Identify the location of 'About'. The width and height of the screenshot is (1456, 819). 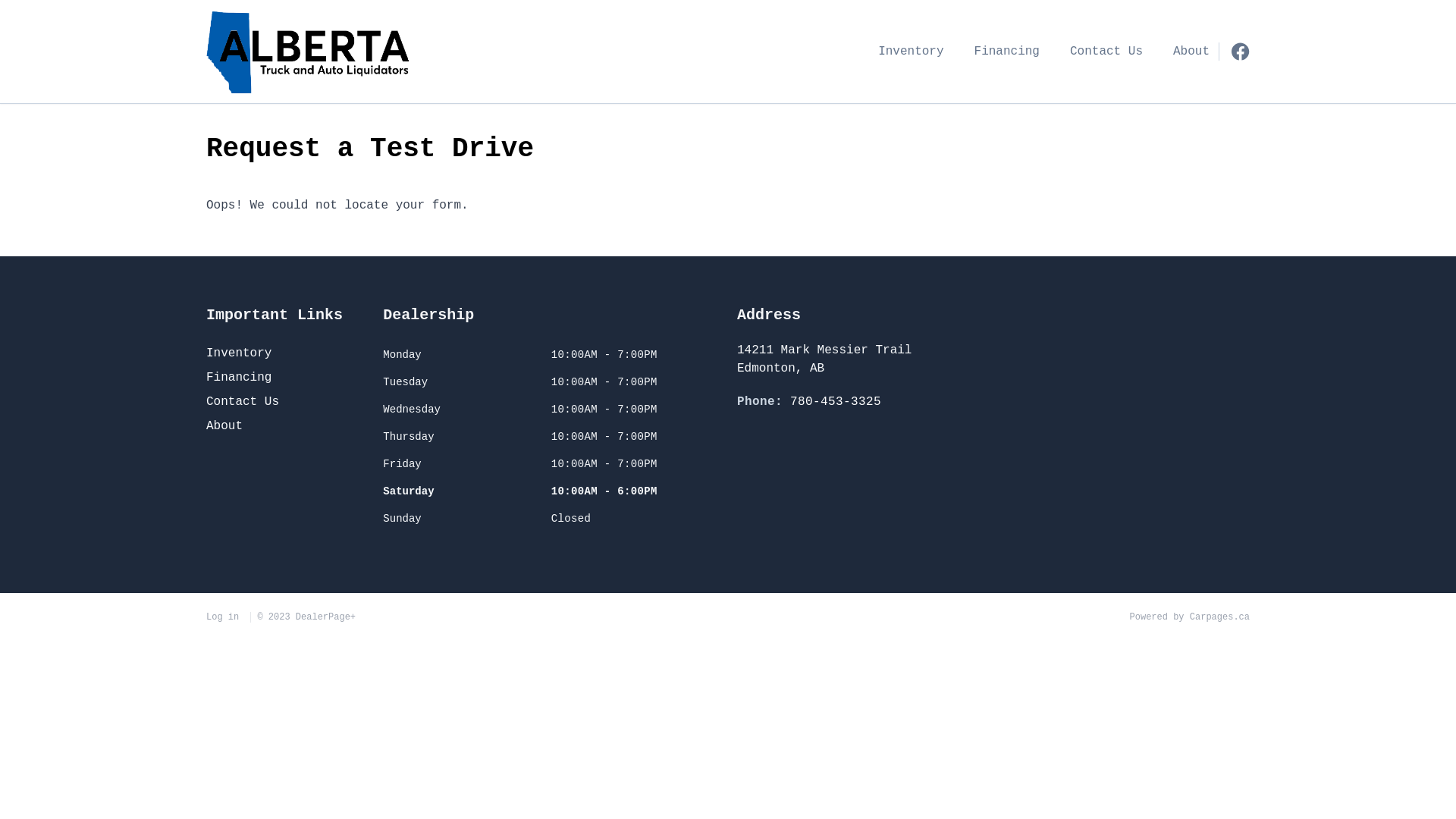
(206, 426).